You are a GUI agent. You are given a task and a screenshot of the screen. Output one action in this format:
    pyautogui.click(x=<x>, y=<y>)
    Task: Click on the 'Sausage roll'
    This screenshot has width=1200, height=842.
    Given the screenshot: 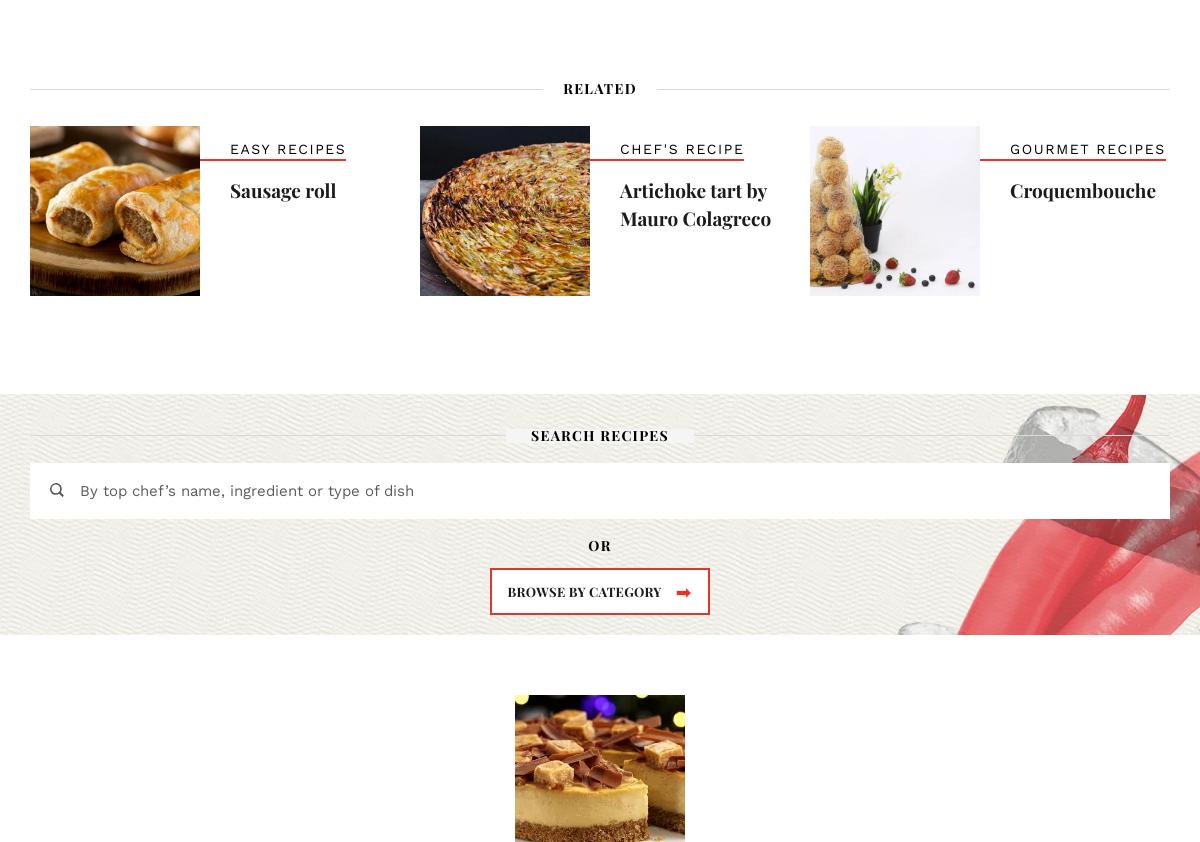 What is the action you would take?
    pyautogui.click(x=281, y=188)
    